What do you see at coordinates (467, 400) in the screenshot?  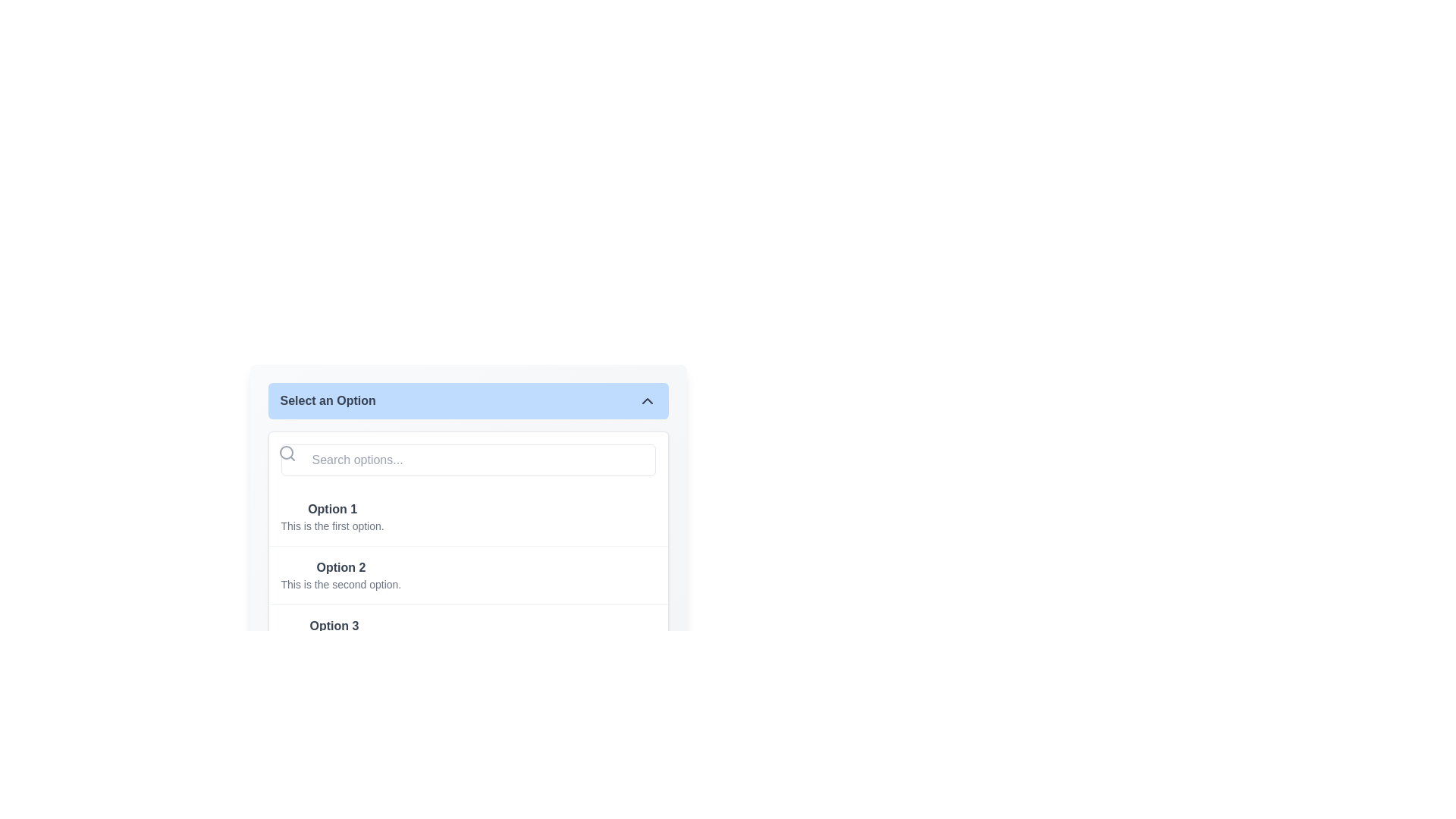 I see `the Dropdown trigger button labeled 'Select an Option'` at bounding box center [467, 400].